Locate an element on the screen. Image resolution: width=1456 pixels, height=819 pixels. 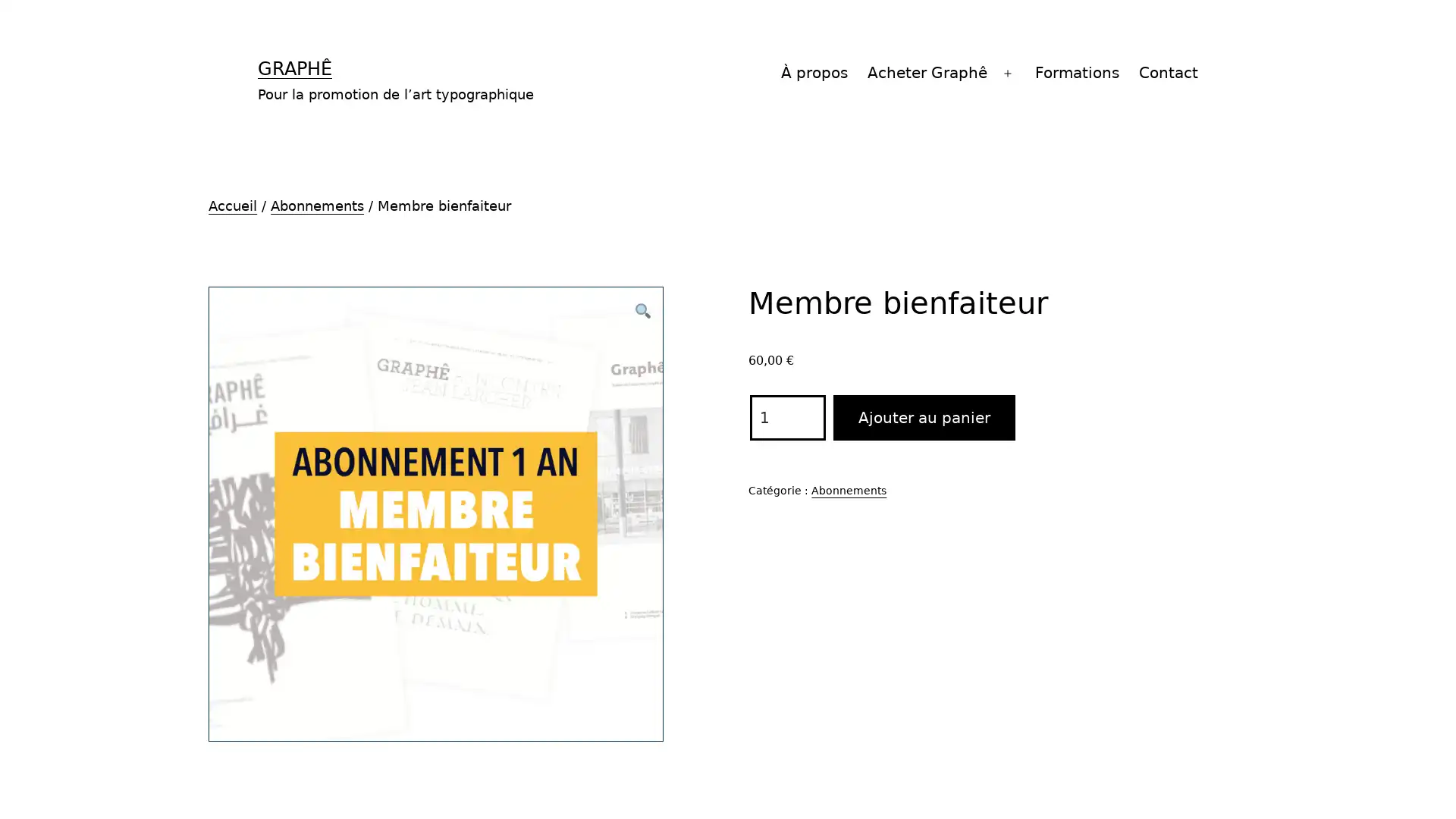
Ouvrir le menu is located at coordinates (1008, 73).